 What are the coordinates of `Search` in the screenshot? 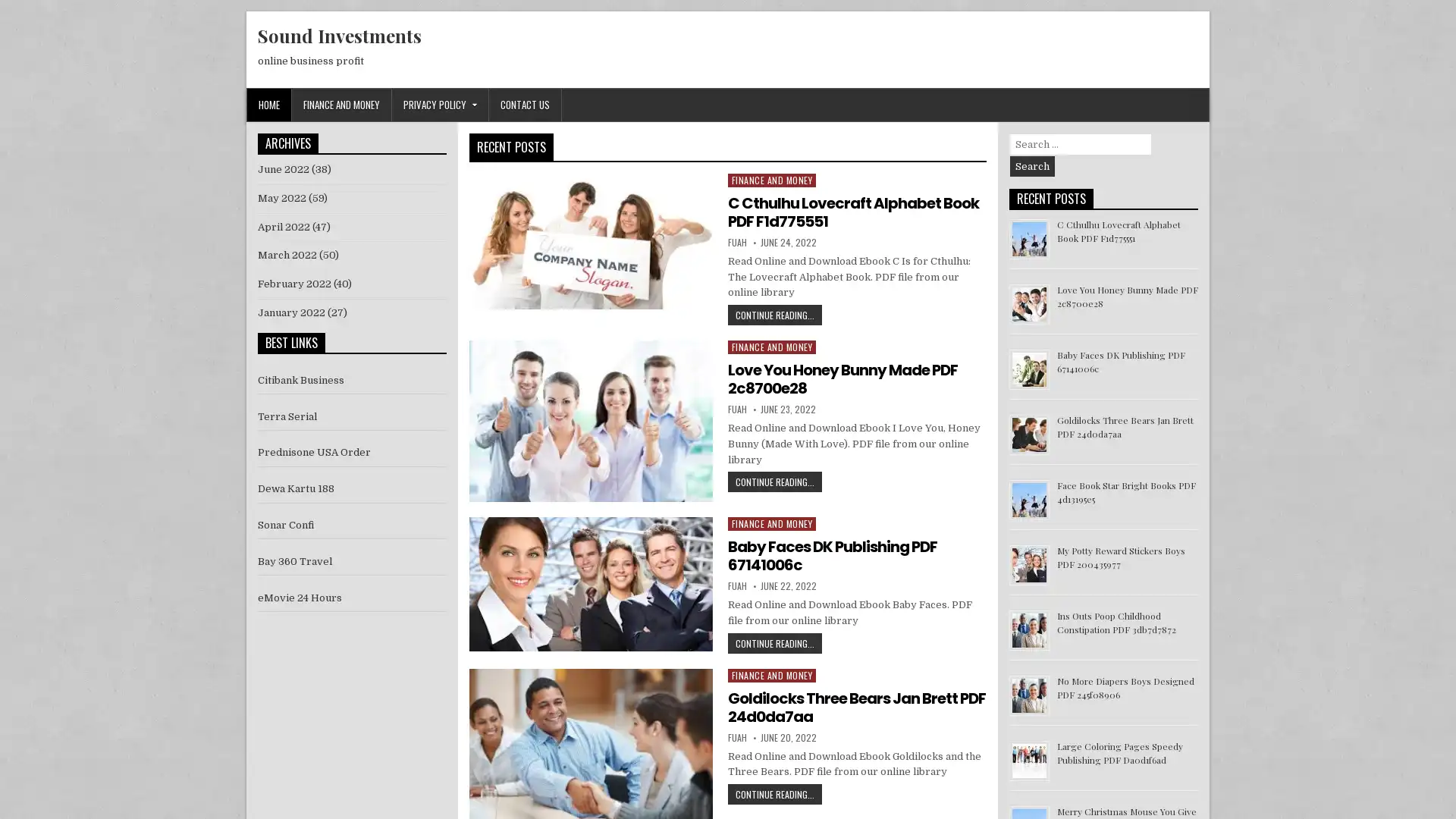 It's located at (1031, 166).